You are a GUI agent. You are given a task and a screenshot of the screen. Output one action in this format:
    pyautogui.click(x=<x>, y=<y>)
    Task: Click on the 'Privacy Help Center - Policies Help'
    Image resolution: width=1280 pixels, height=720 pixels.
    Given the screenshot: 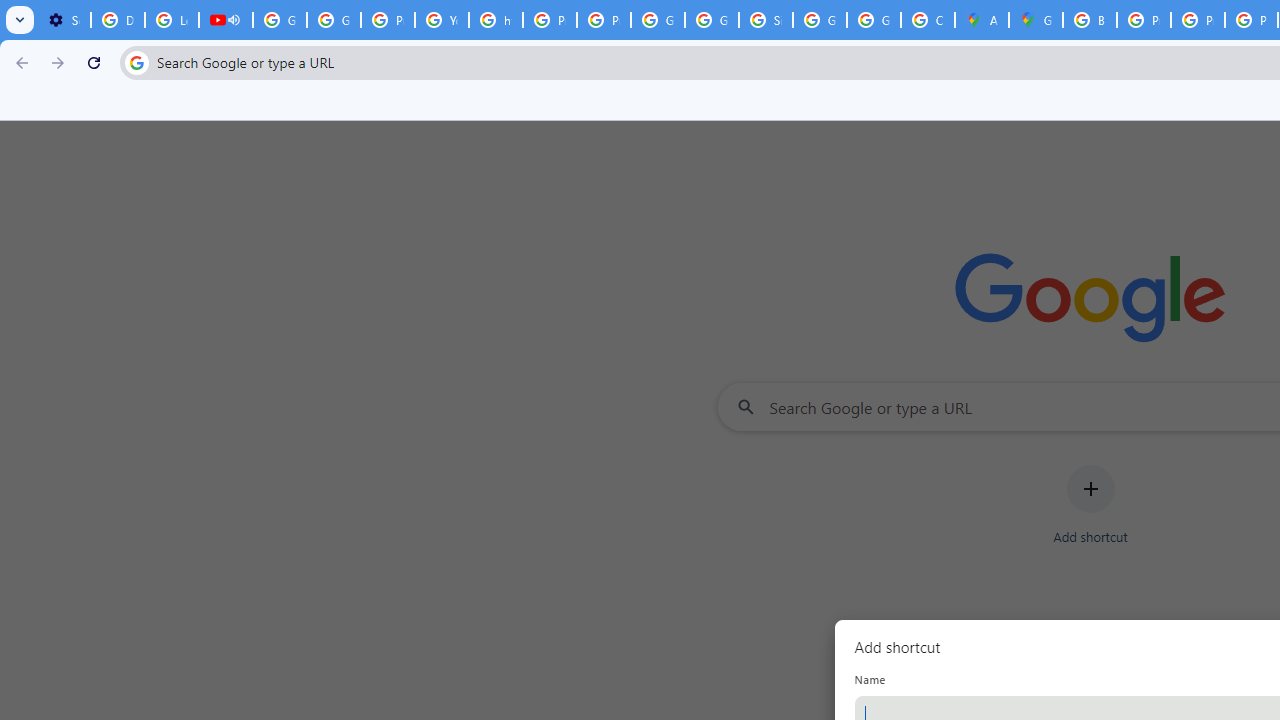 What is the action you would take?
    pyautogui.click(x=1144, y=20)
    